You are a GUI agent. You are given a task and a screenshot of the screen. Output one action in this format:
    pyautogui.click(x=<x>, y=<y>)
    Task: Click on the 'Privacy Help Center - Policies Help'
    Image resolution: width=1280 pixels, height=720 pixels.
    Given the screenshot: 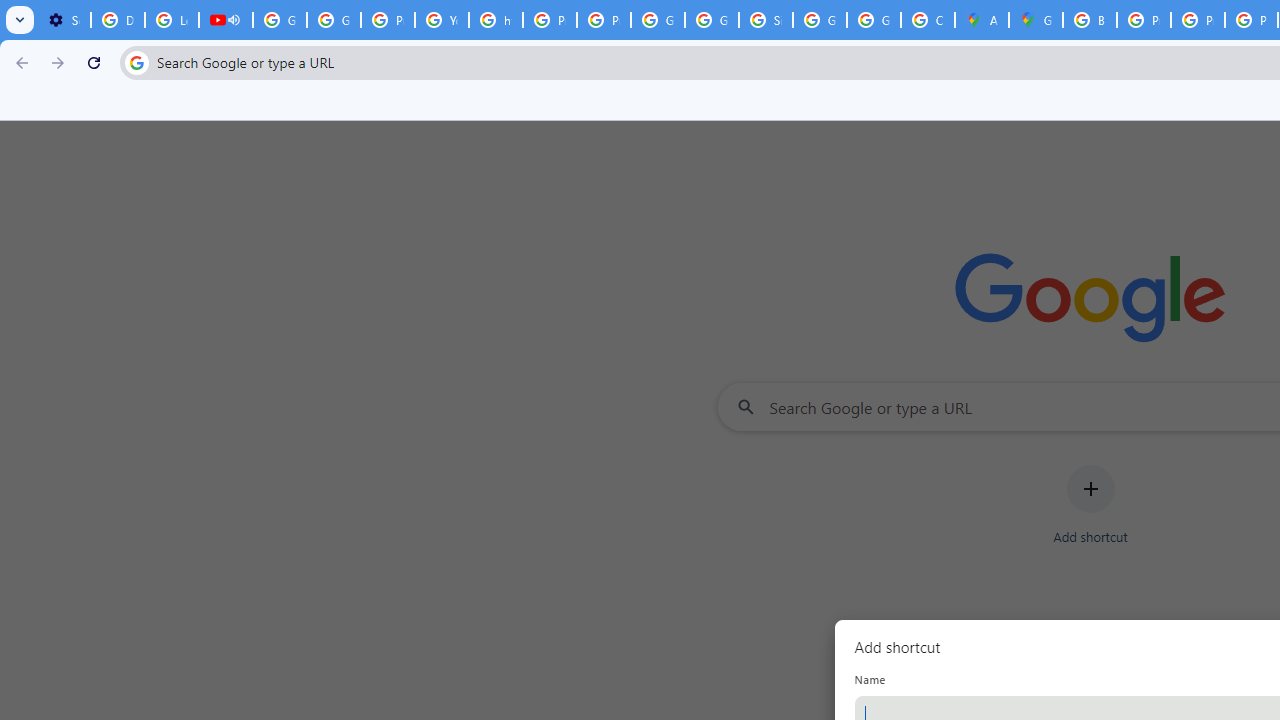 What is the action you would take?
    pyautogui.click(x=1144, y=20)
    